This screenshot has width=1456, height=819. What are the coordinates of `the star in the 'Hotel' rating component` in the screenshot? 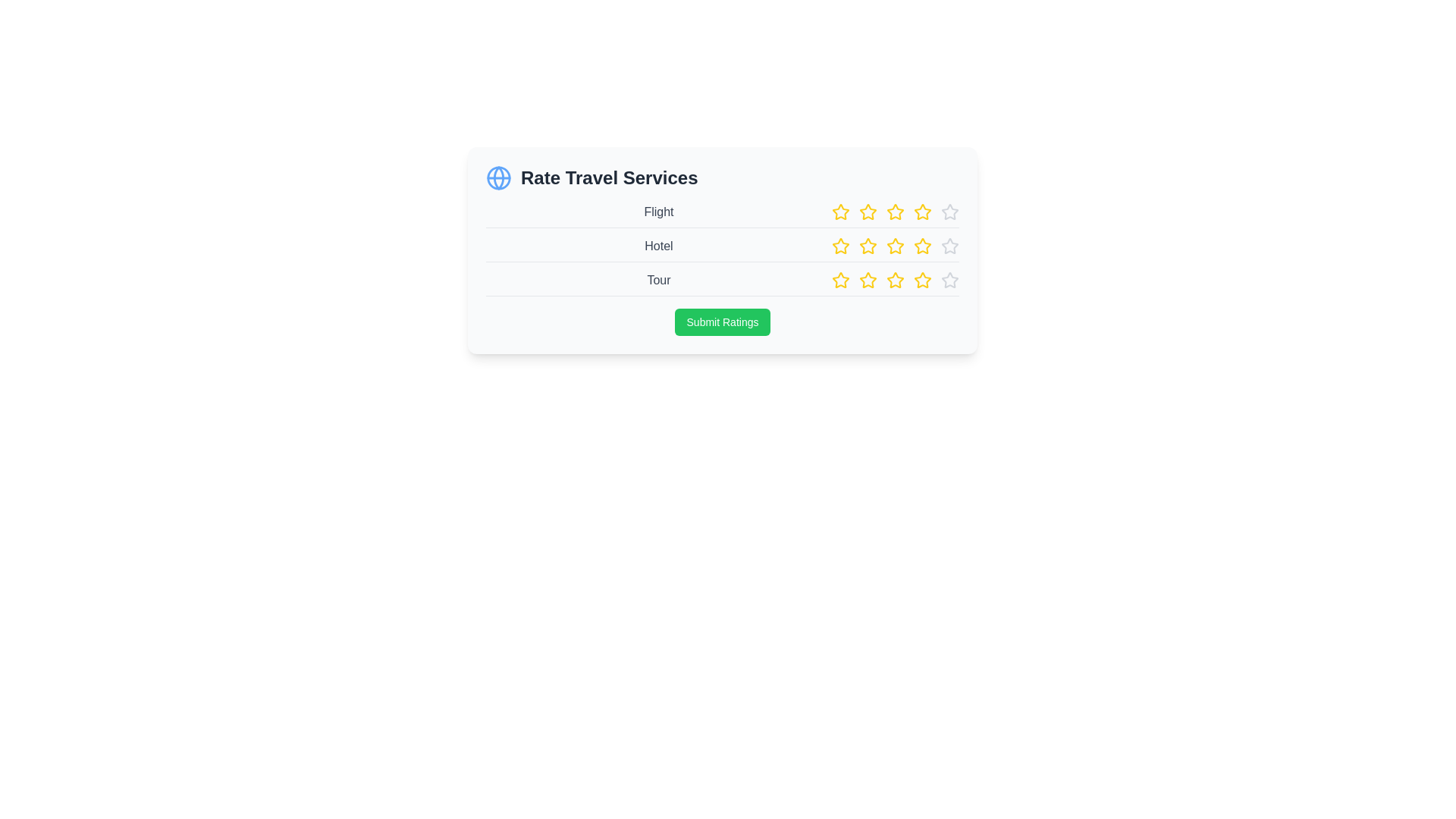 It's located at (722, 249).